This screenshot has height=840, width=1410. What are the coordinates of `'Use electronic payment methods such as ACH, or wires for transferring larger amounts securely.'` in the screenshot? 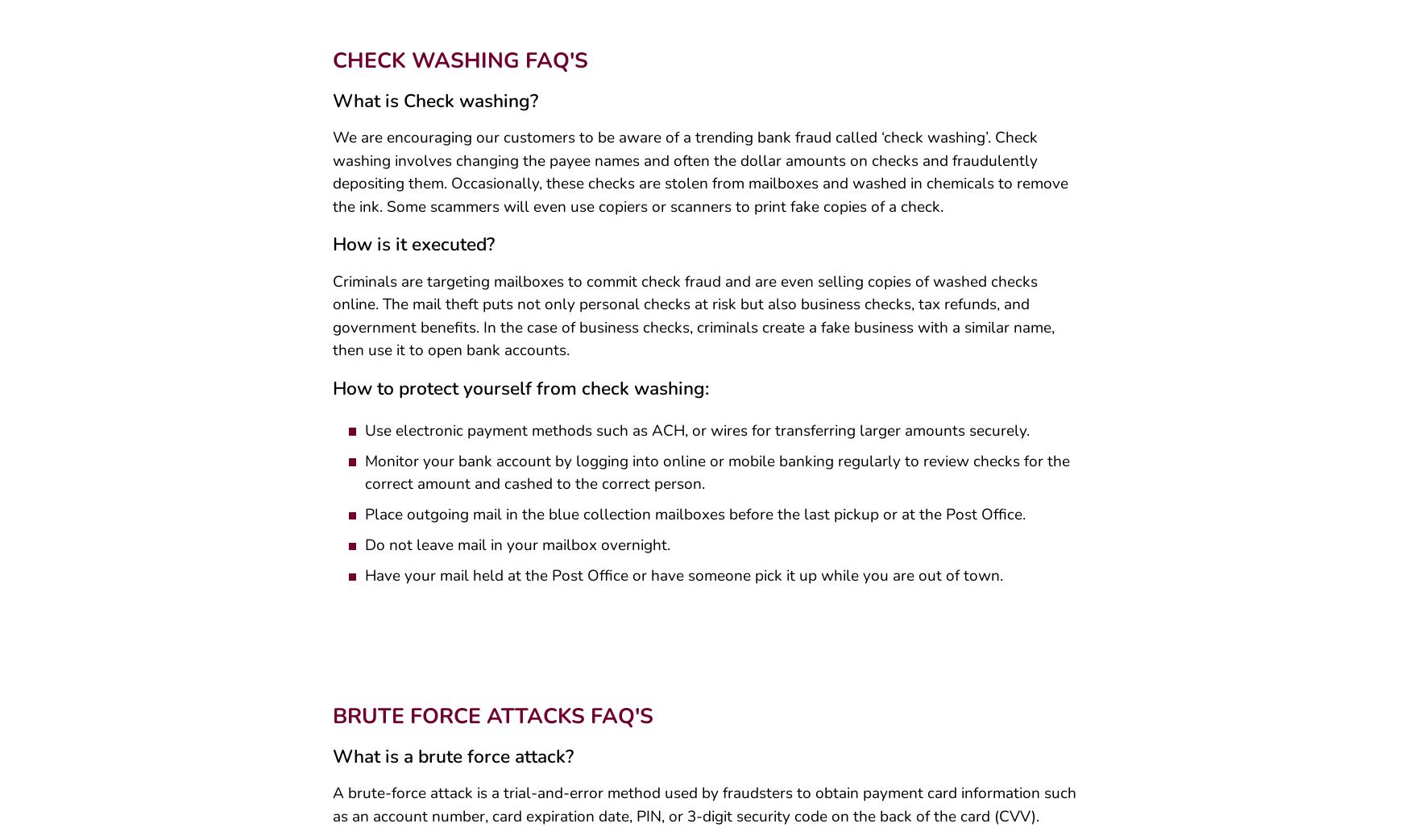 It's located at (364, 437).